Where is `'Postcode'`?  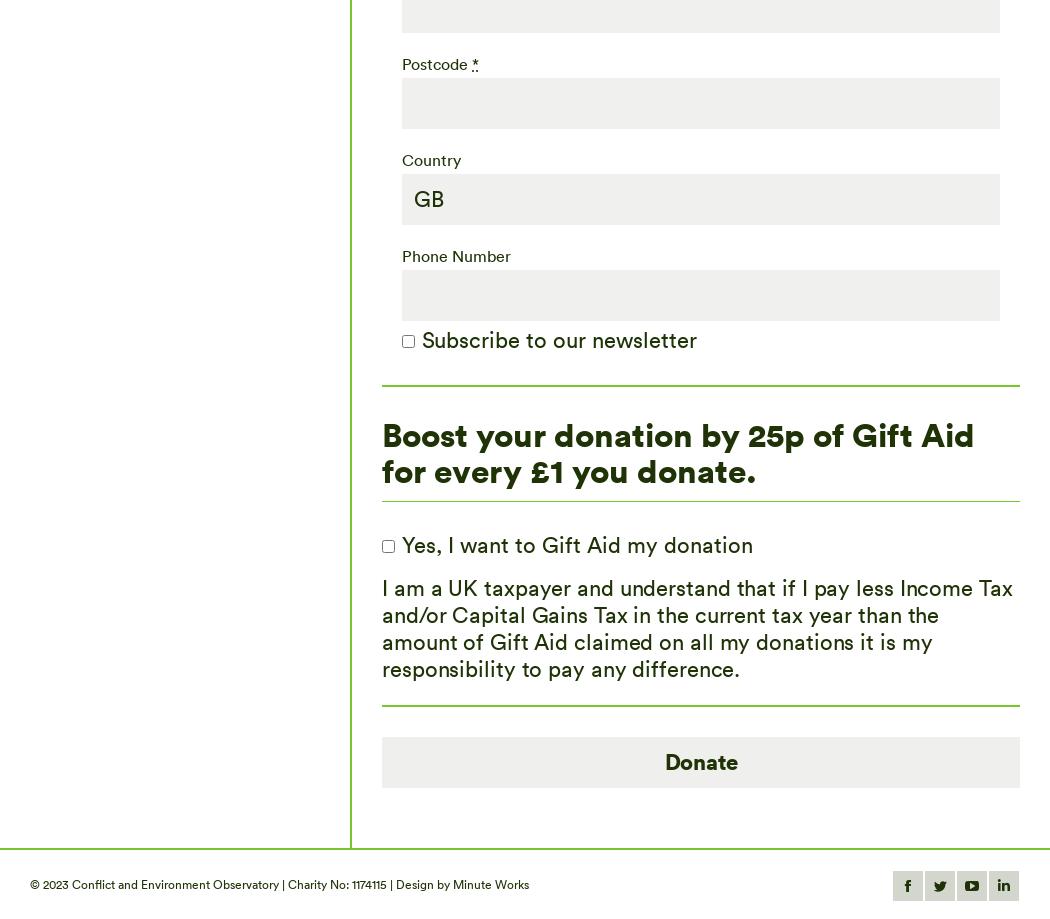 'Postcode' is located at coordinates (436, 63).